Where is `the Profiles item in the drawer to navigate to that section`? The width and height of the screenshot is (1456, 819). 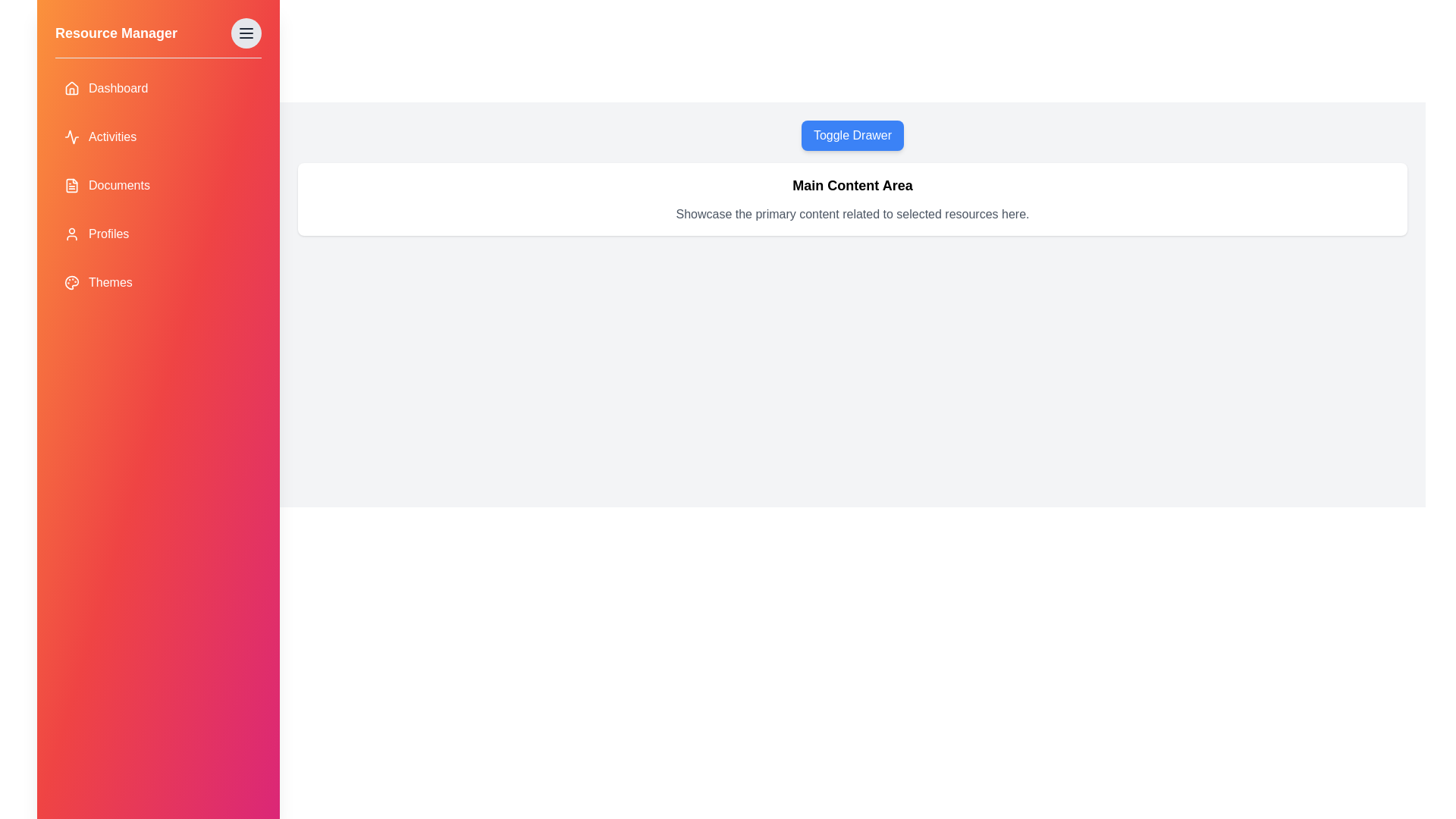
the Profiles item in the drawer to navigate to that section is located at coordinates (158, 234).